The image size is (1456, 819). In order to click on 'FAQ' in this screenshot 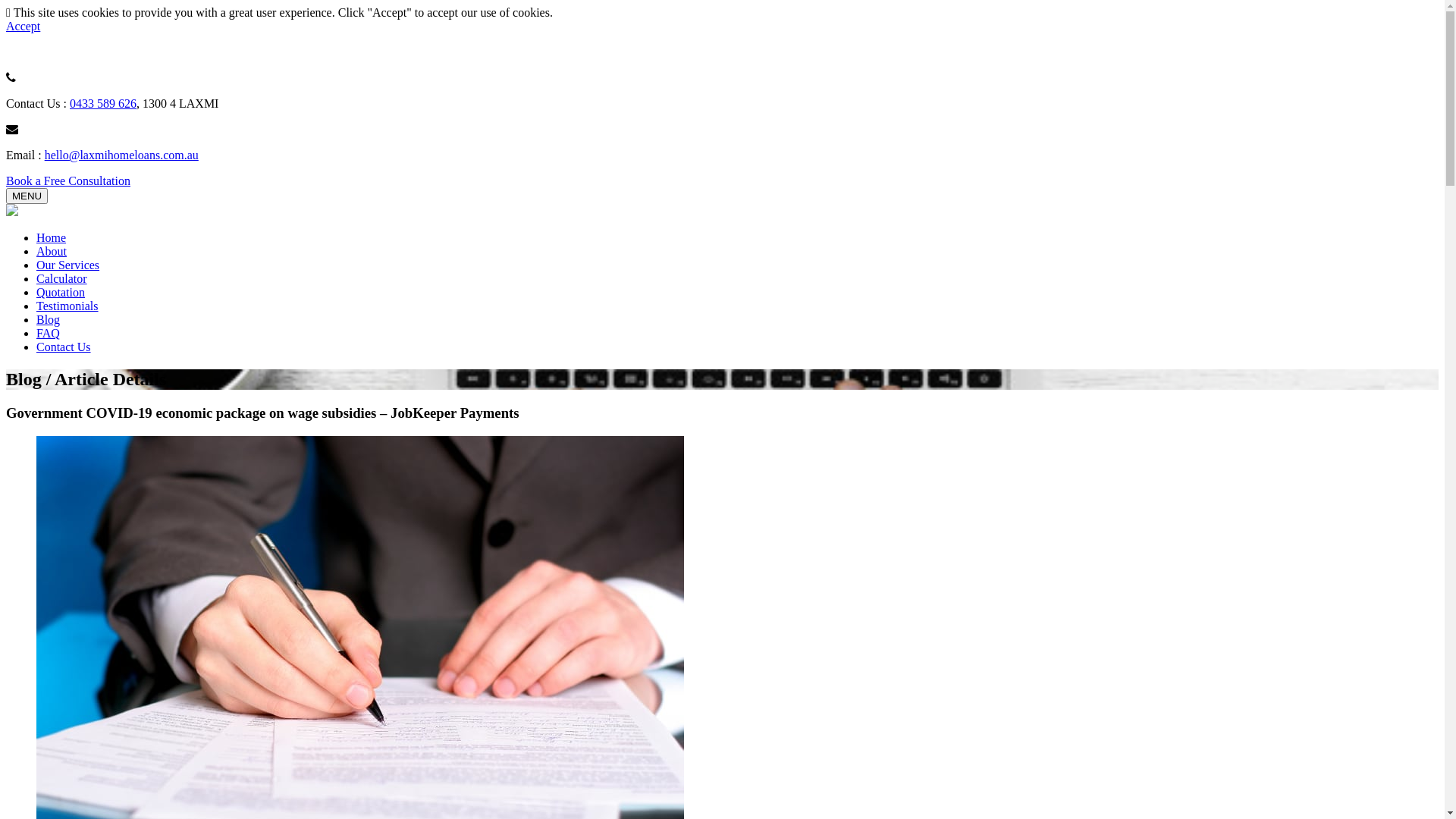, I will do `click(48, 332)`.